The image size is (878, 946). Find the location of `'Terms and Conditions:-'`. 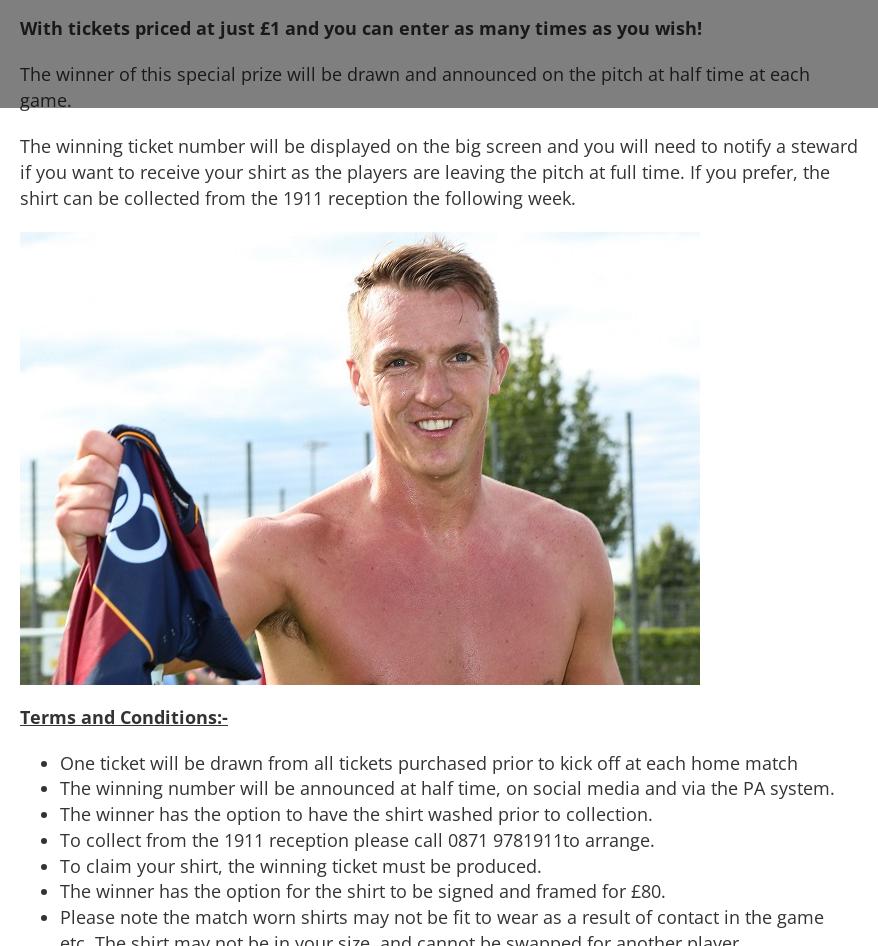

'Terms and Conditions:-' is located at coordinates (122, 715).